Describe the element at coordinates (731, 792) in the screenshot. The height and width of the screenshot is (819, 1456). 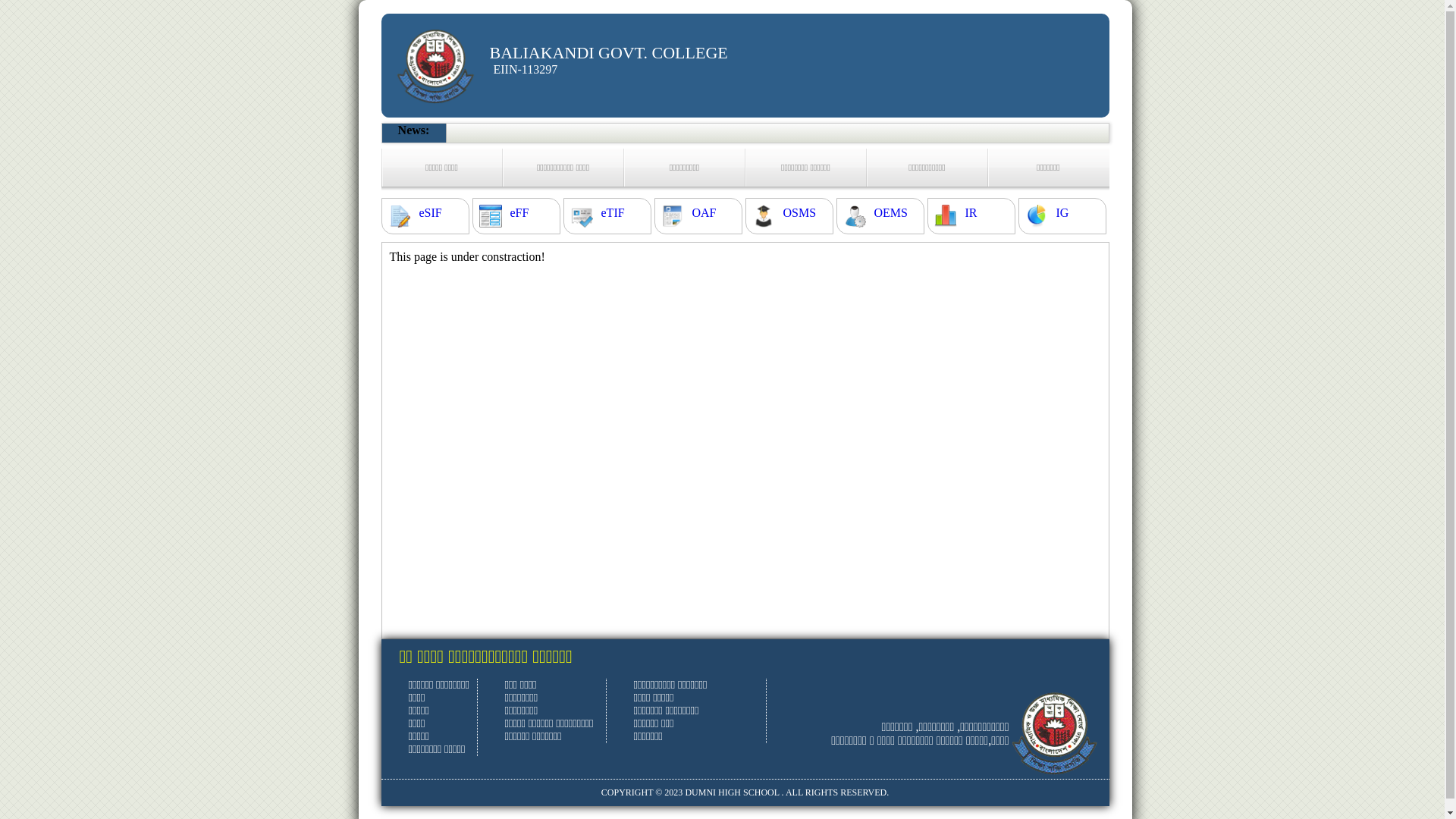
I see `'DUMNI HIGH SCHOOL'` at that location.